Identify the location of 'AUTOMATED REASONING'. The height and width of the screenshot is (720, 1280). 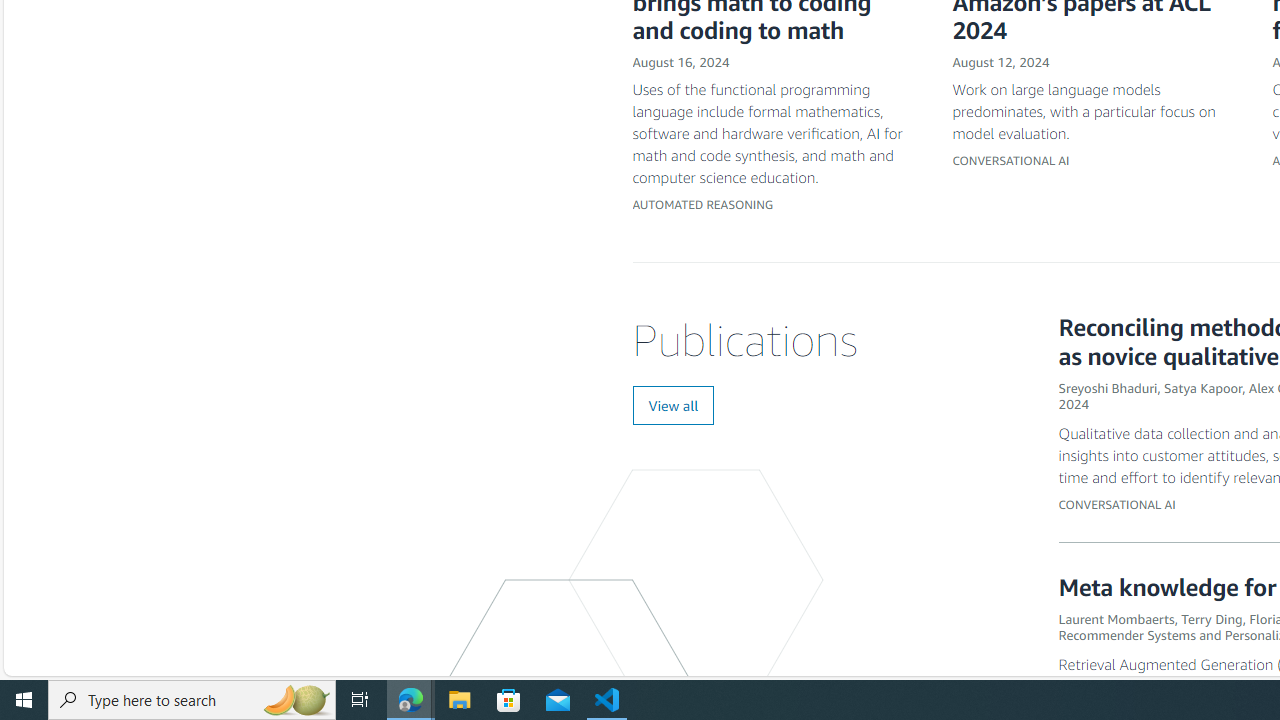
(703, 205).